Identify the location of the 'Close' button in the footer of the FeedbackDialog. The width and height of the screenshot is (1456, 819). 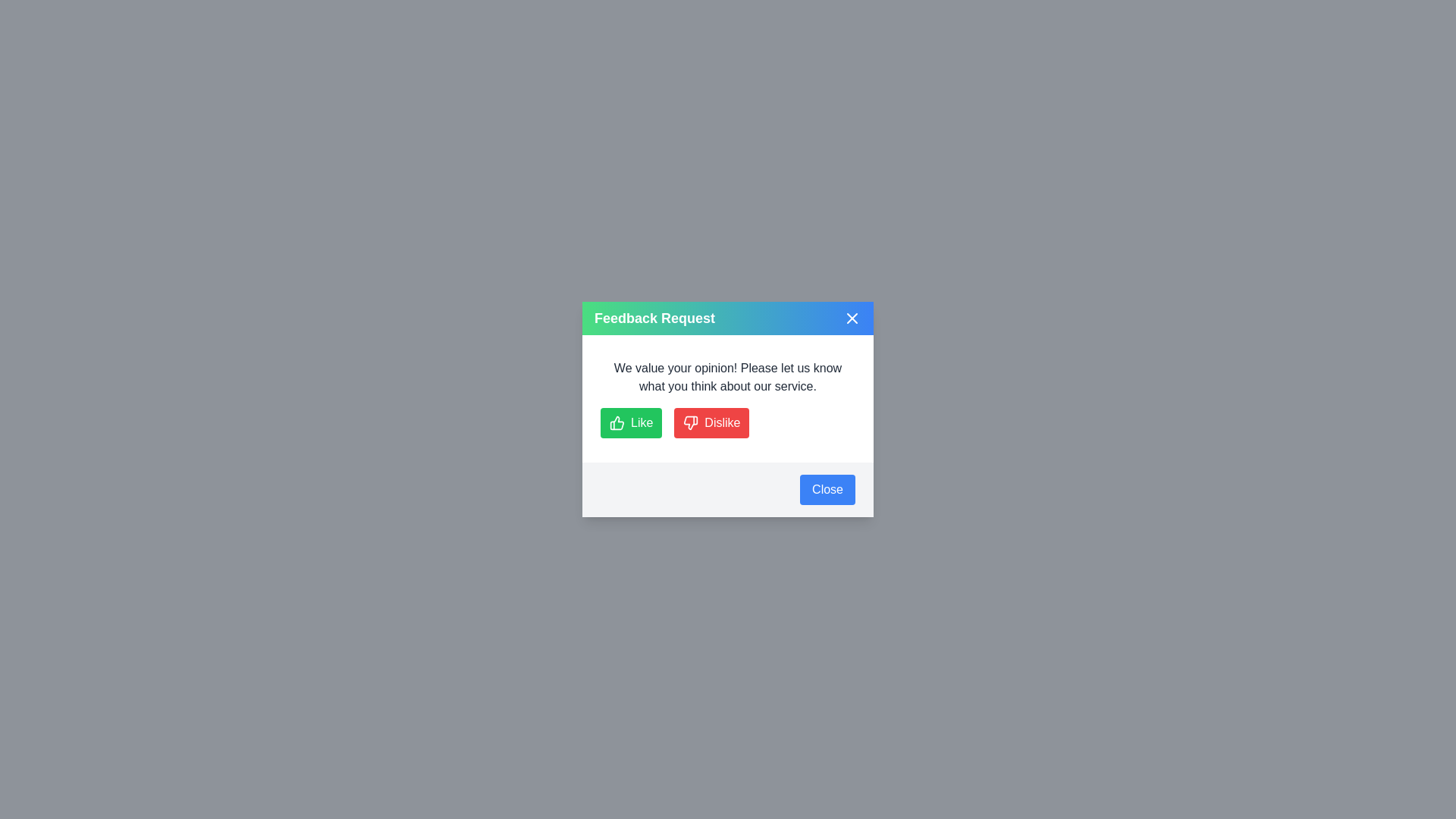
(827, 489).